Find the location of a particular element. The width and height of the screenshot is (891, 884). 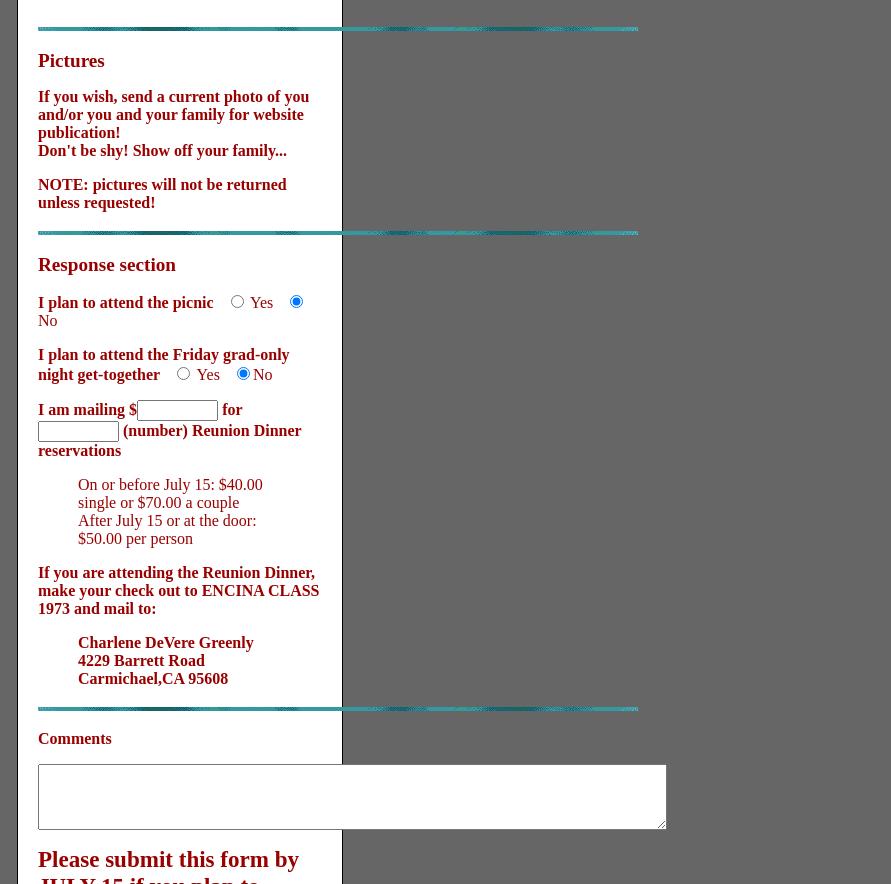

'If you are attending the Reunion Dinner, make your check out to ENCINA CLASS
  1973 and mail to:' is located at coordinates (177, 590).